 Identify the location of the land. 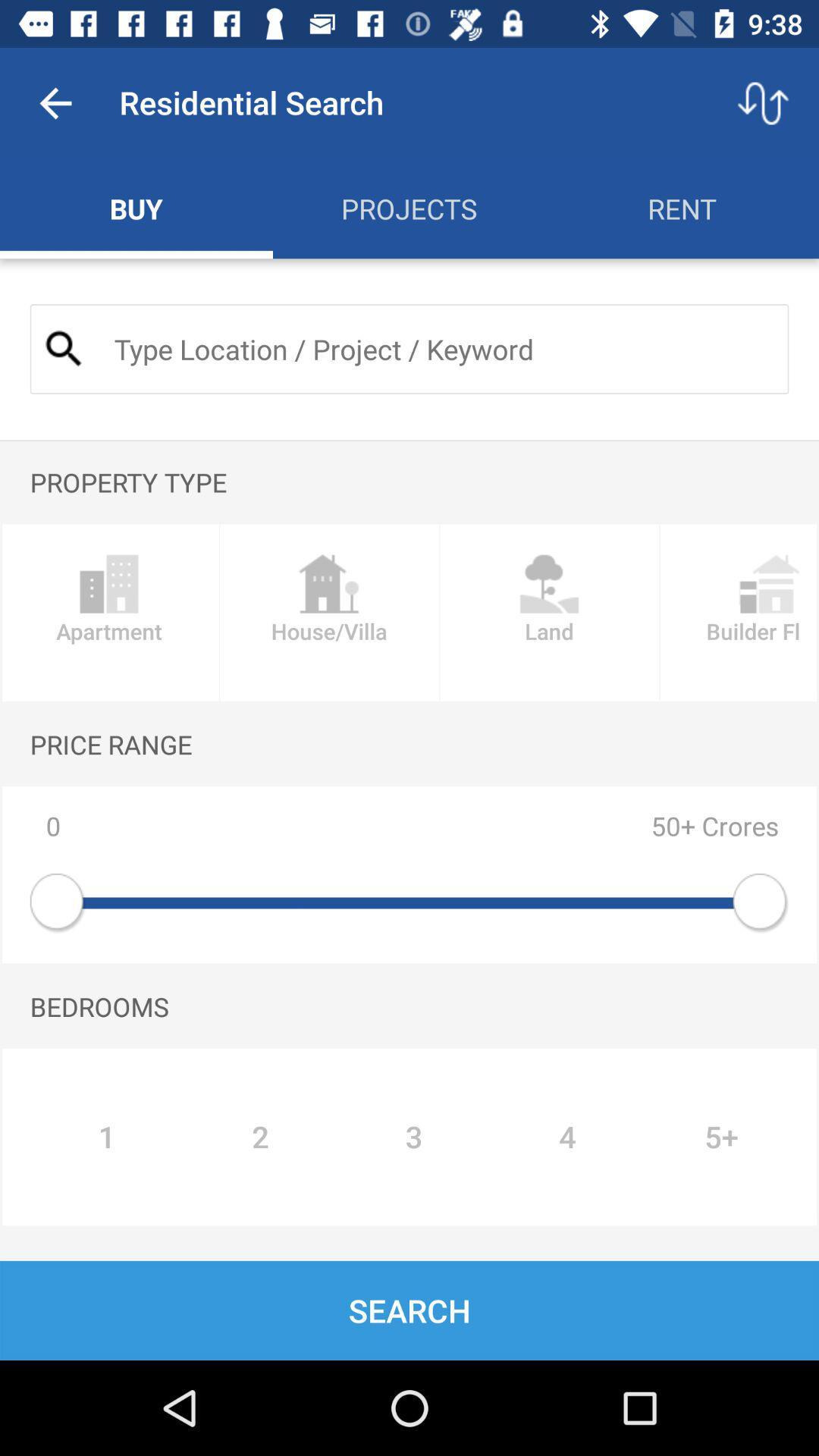
(549, 613).